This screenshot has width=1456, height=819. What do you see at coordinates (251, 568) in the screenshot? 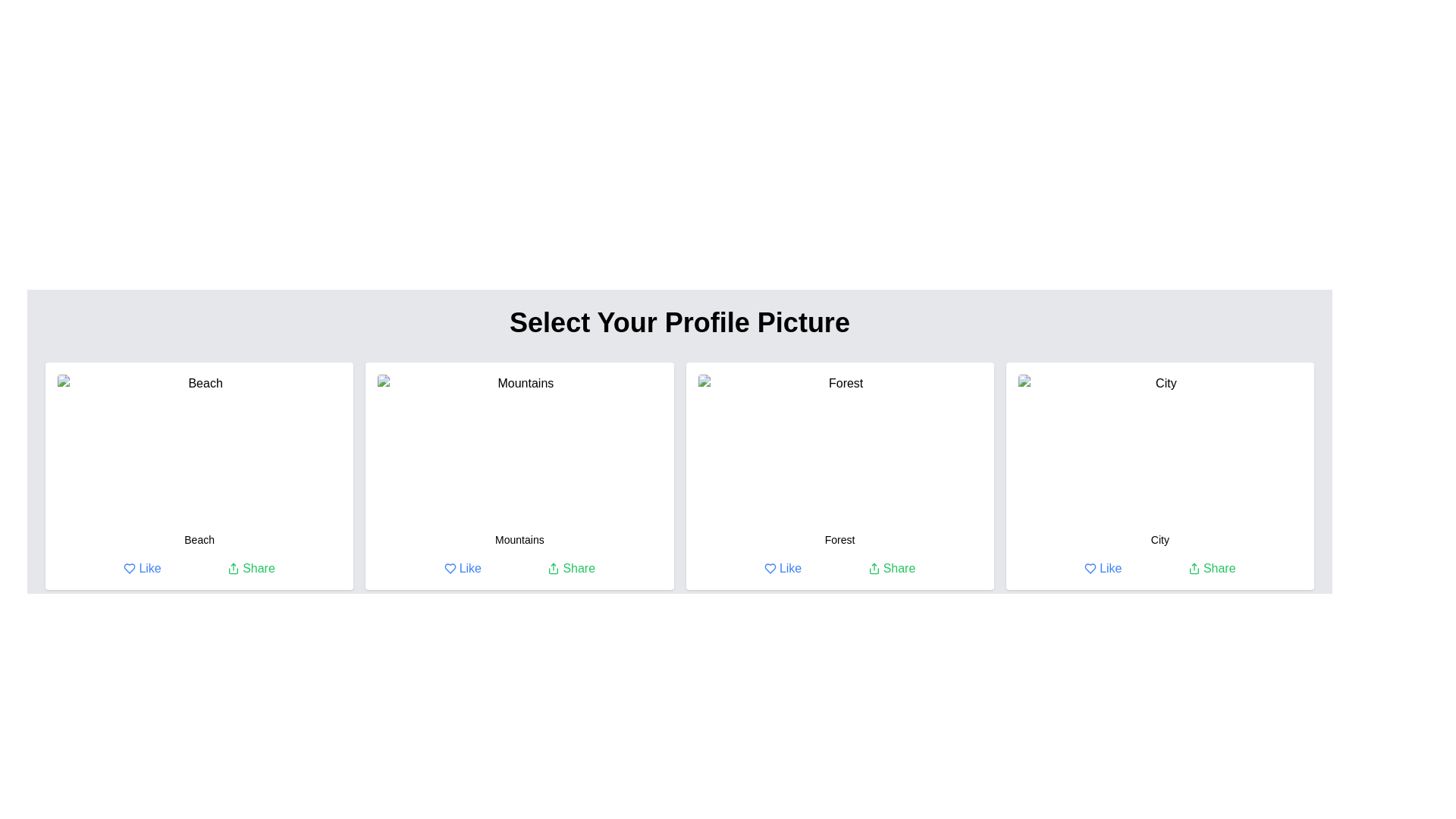
I see `the green 'Share' button with a sharing icon to the left of the text, located within the interaction options for the 'Beach' item` at bounding box center [251, 568].